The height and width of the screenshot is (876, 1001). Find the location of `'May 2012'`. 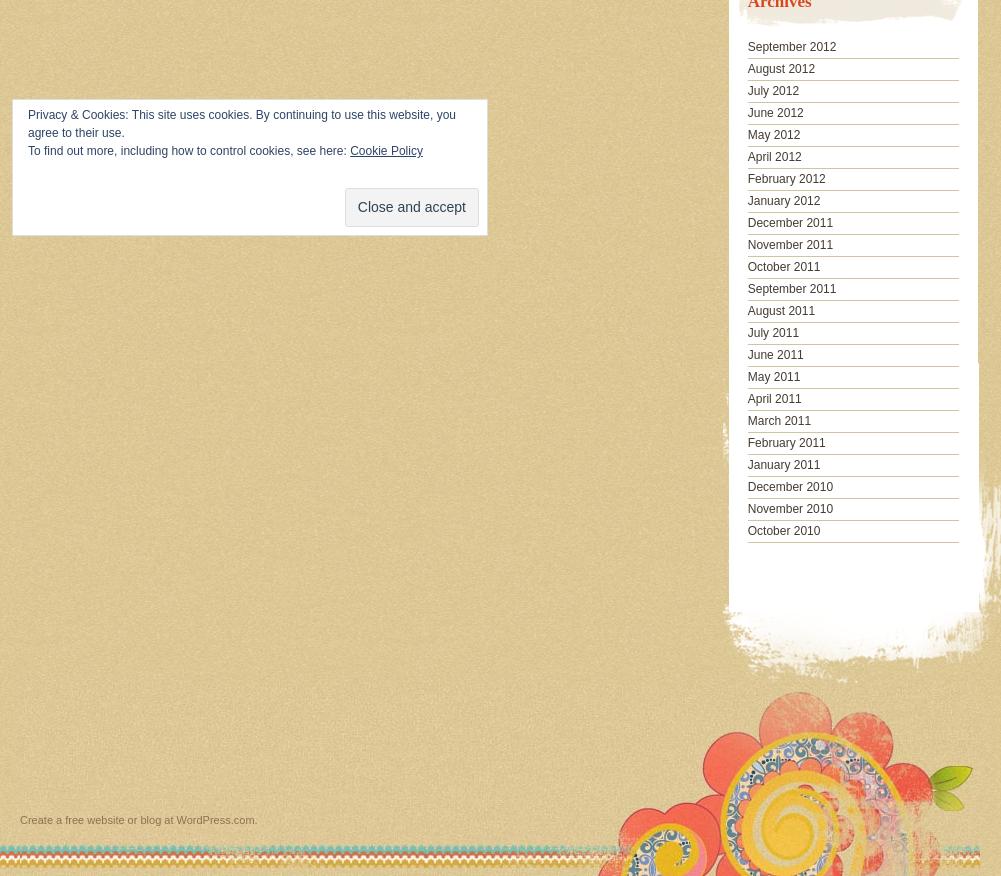

'May 2012' is located at coordinates (773, 133).